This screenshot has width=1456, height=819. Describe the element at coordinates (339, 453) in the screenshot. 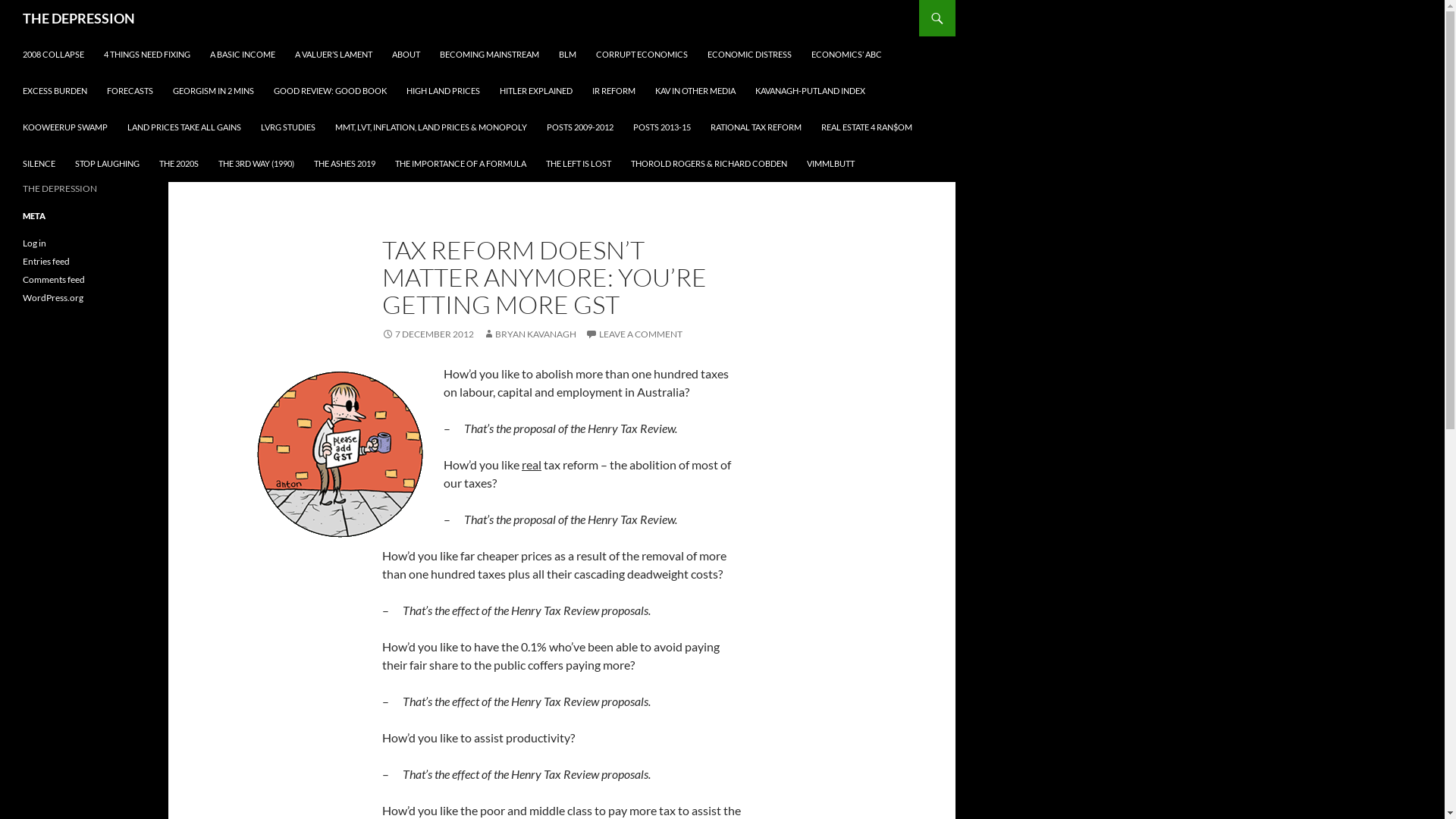

I see `'gst'` at that location.